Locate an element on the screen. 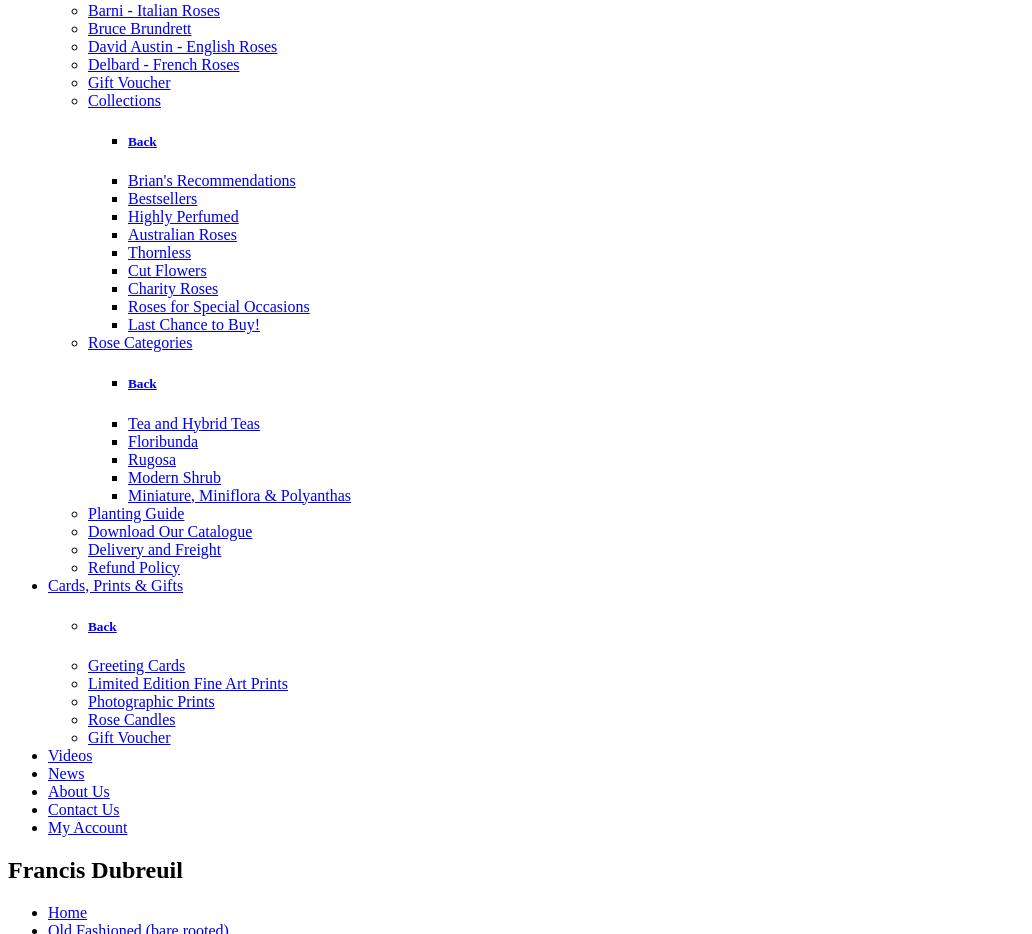 The width and height of the screenshot is (1032, 934). 'Rose Candles' is located at coordinates (88, 718).